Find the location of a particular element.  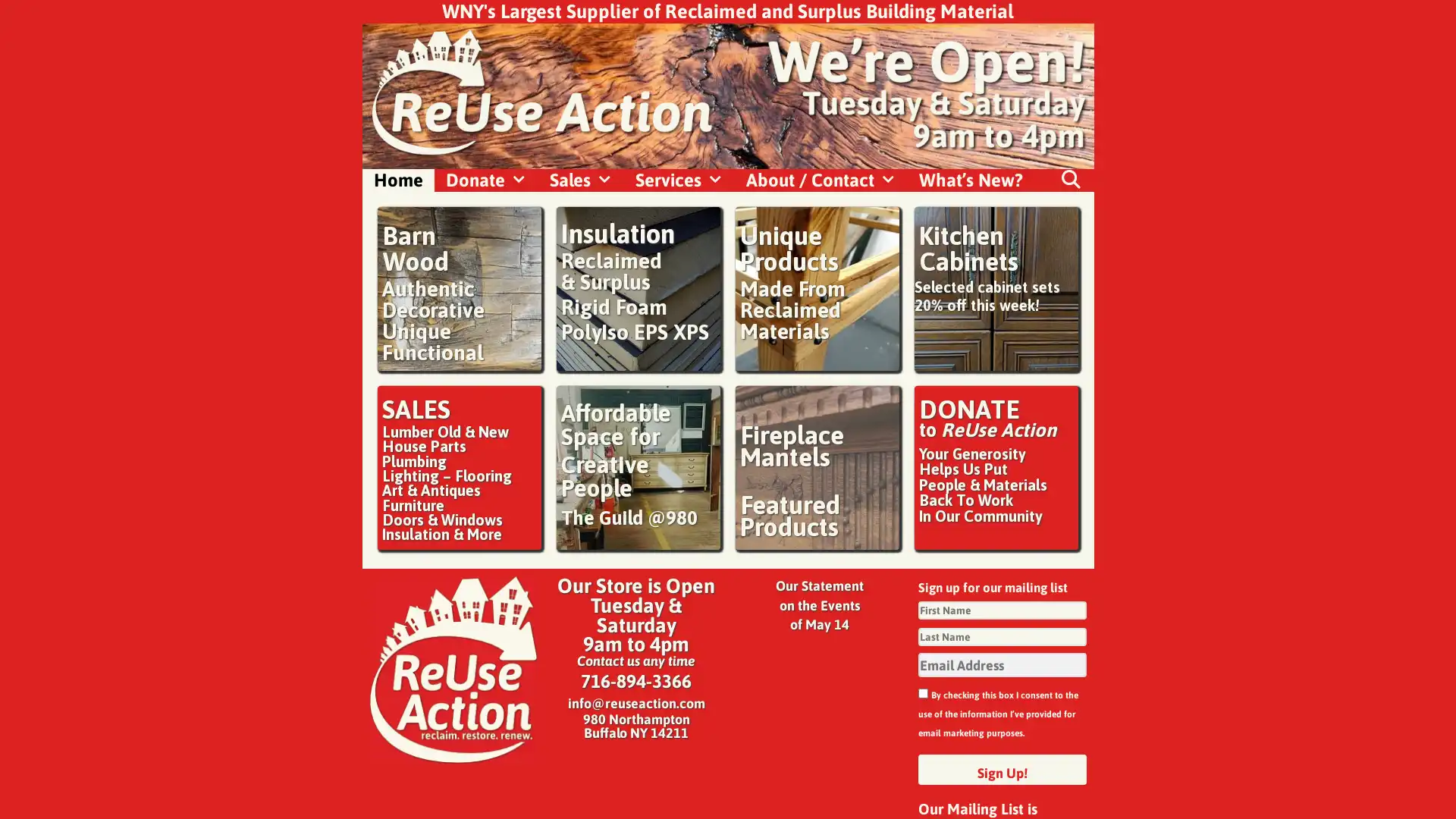

Sign Up! is located at coordinates (1002, 769).